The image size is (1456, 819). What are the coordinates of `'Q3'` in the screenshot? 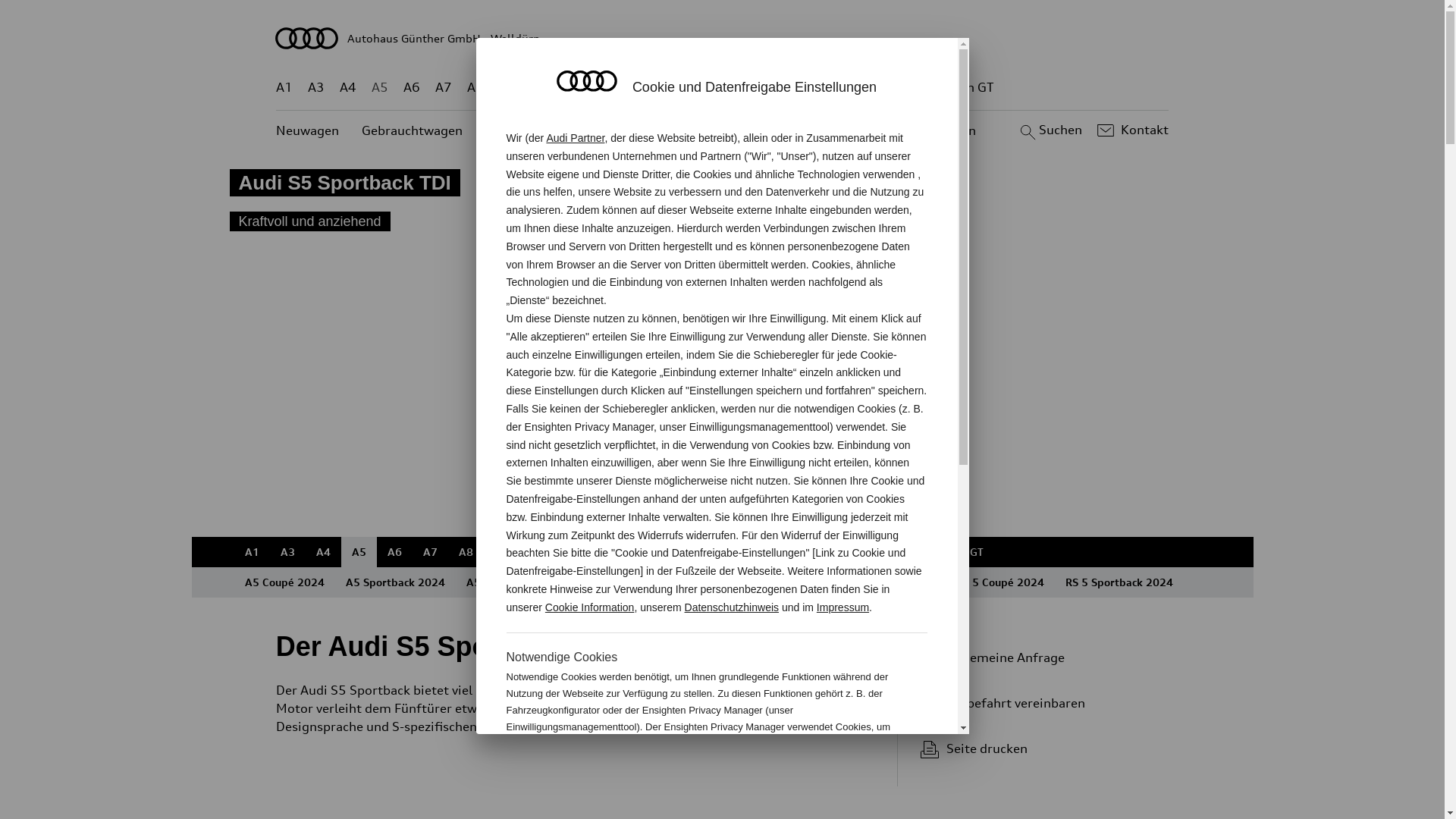 It's located at (540, 87).